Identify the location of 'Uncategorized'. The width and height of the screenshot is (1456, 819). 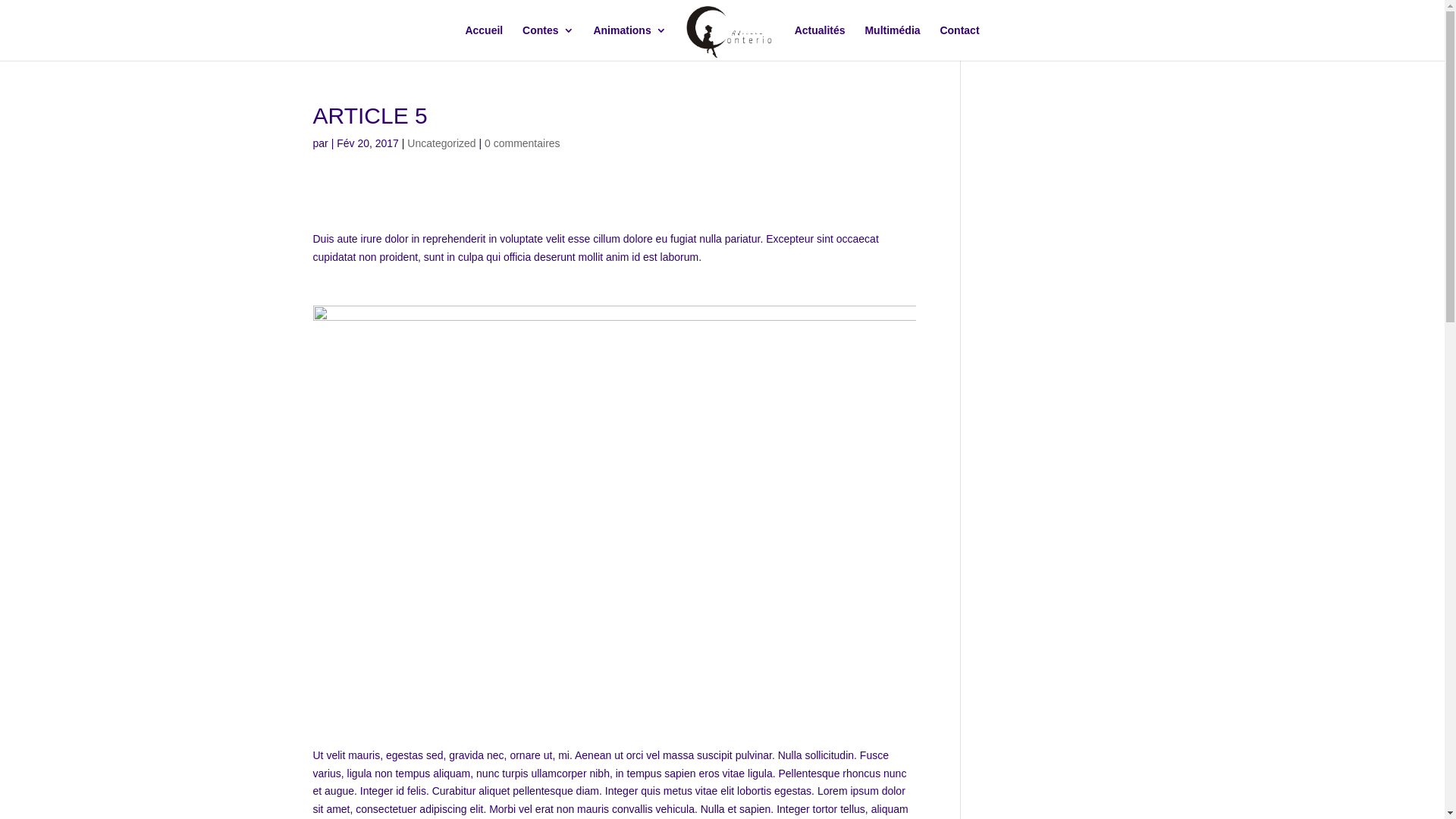
(440, 143).